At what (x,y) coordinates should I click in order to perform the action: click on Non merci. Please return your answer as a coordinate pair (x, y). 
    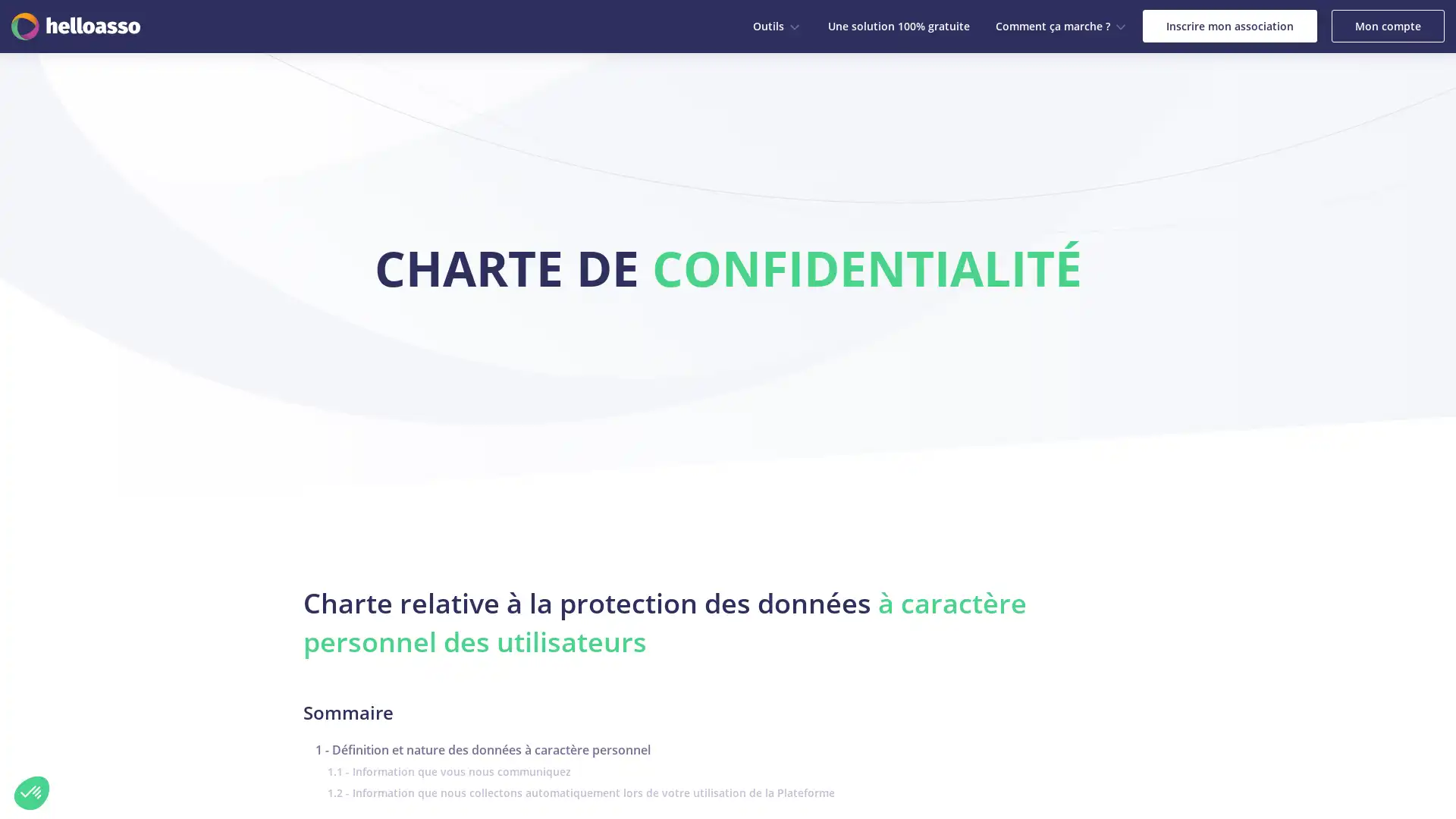
    Looking at the image, I should click on (67, 742).